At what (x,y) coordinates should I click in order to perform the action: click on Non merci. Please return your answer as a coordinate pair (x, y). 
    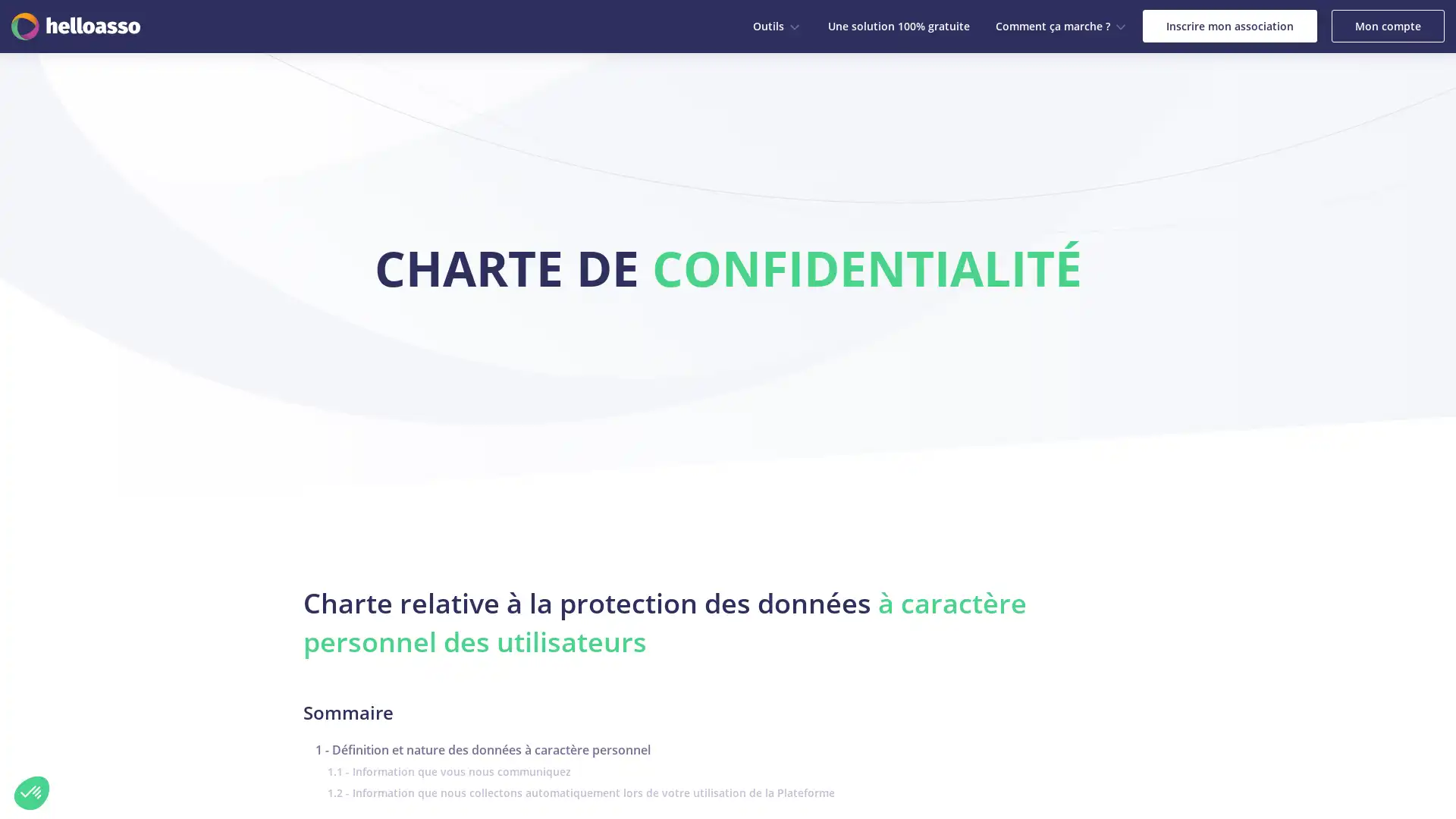
    Looking at the image, I should click on (67, 742).